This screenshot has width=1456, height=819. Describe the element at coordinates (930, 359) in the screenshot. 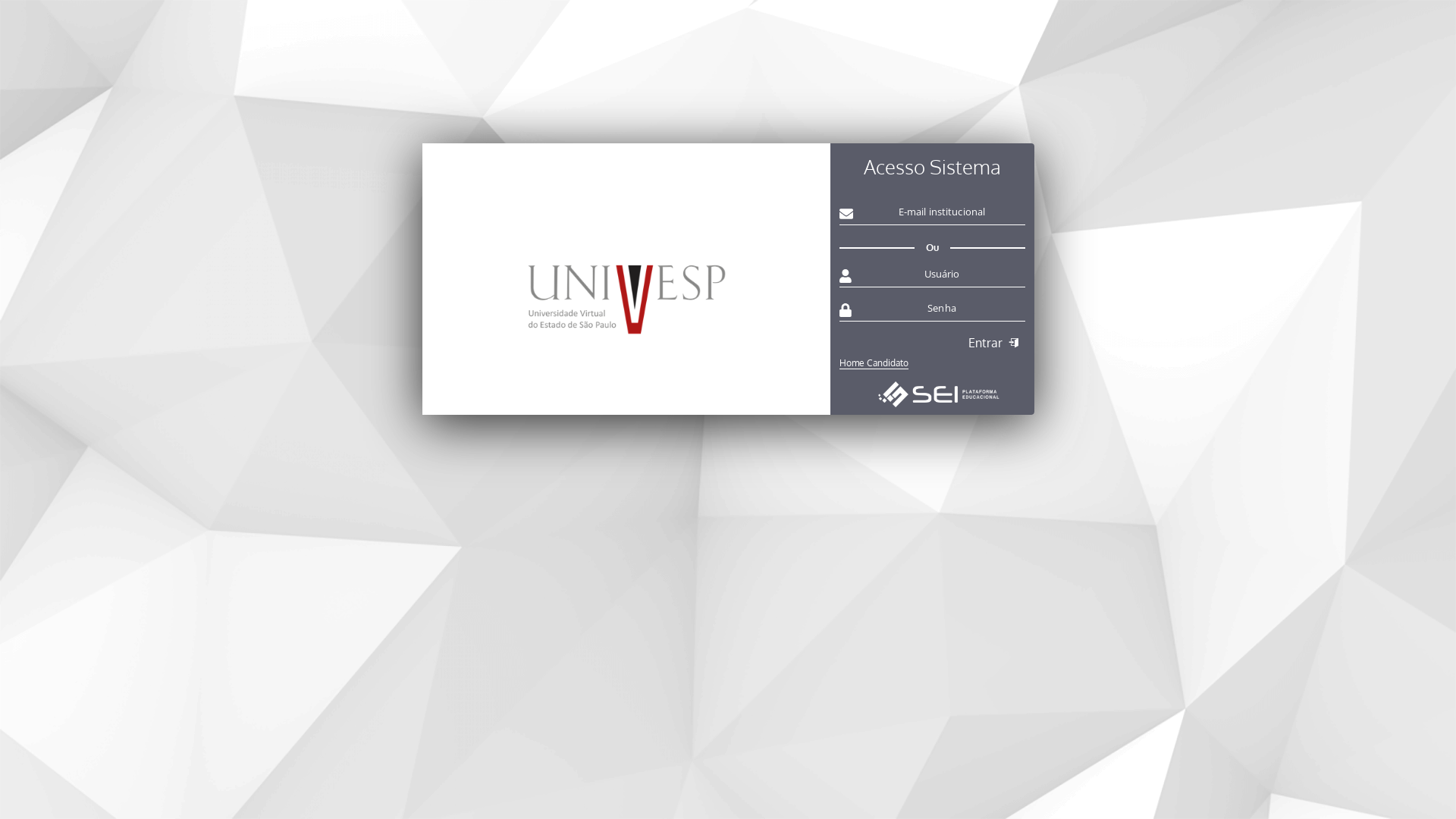

I see `'Home Candidato'` at that location.